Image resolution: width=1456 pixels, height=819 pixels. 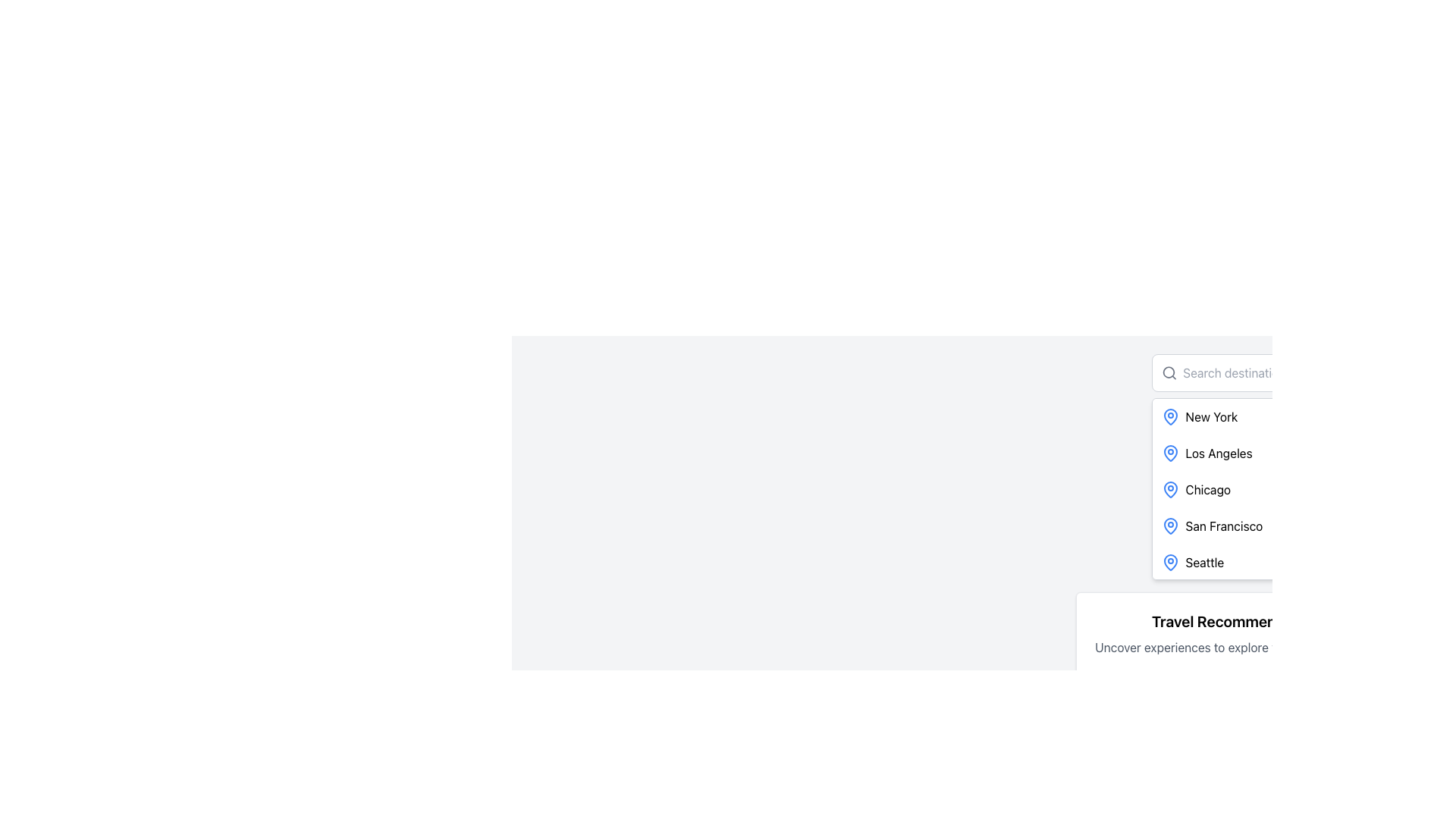 What do you see at coordinates (1240, 526) in the screenshot?
I see `the list item labeled 'San Francisco' with a blue location pin icon, which is the fourth item in a vertical list of location options` at bounding box center [1240, 526].